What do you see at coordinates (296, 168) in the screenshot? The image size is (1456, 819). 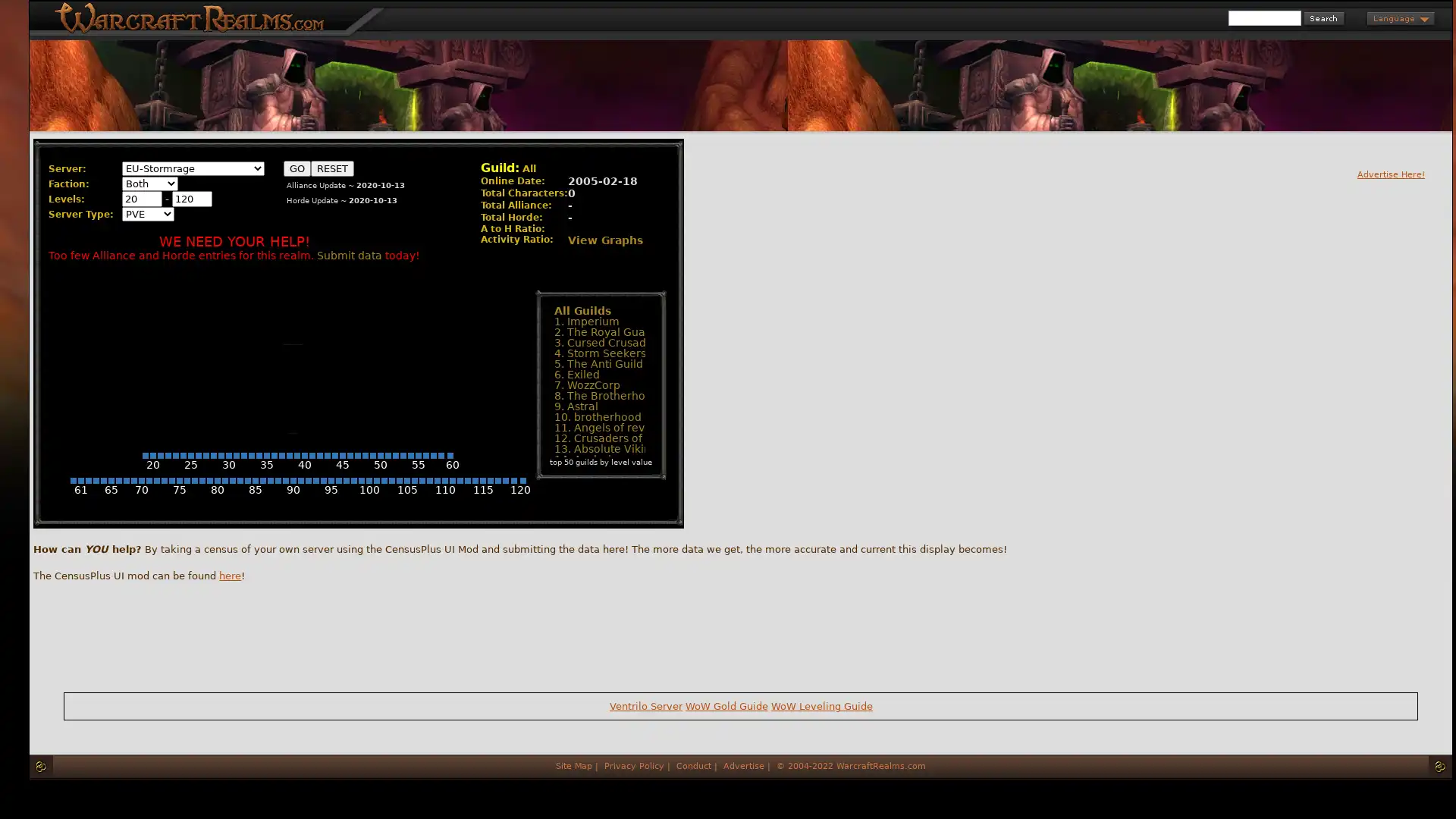 I see `GO` at bounding box center [296, 168].